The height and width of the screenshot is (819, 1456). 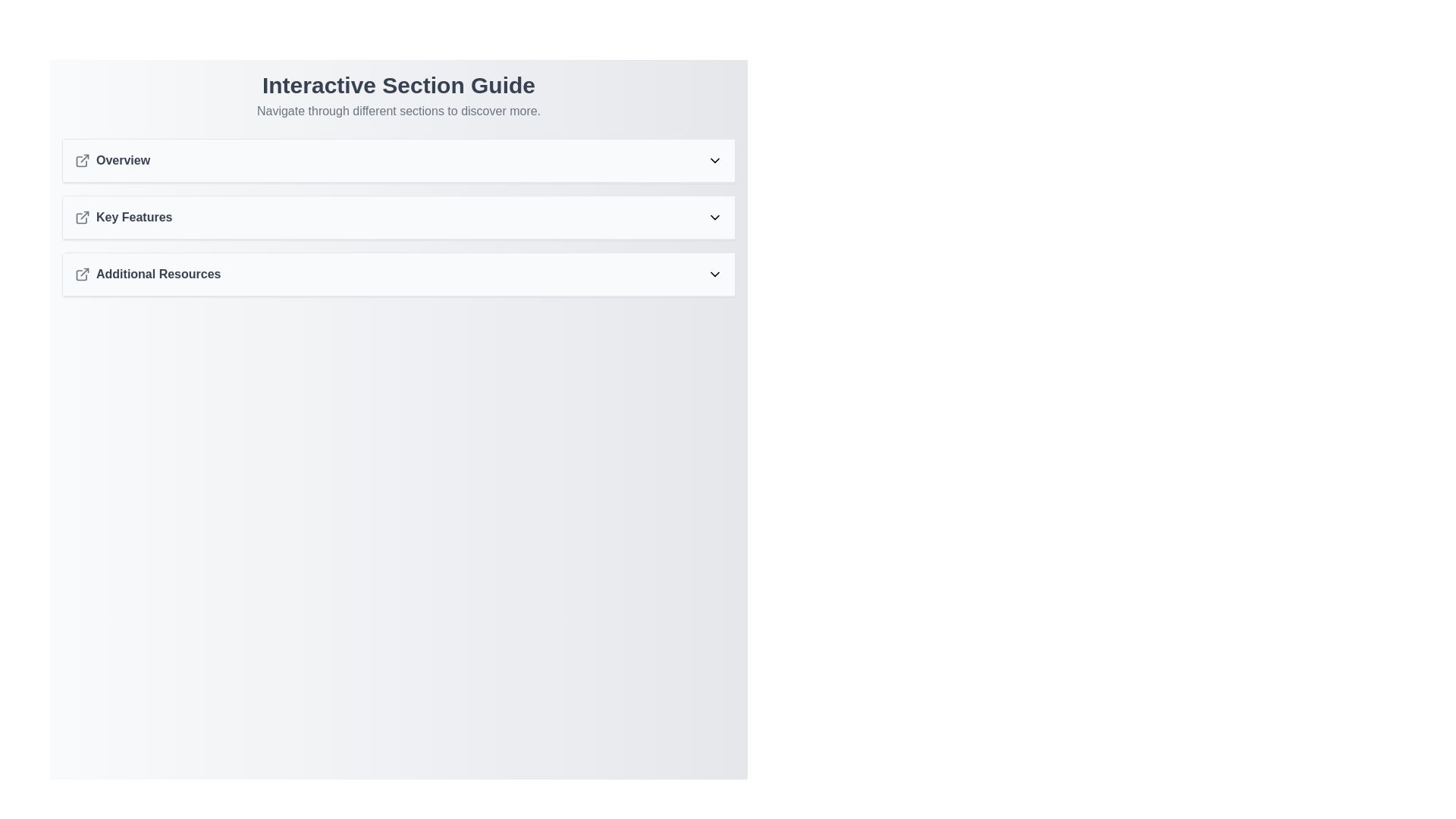 What do you see at coordinates (134, 217) in the screenshot?
I see `text label located in the middle of a vertical stack between 'Overview' and 'Additional Resources', serving as a section title or menu item` at bounding box center [134, 217].